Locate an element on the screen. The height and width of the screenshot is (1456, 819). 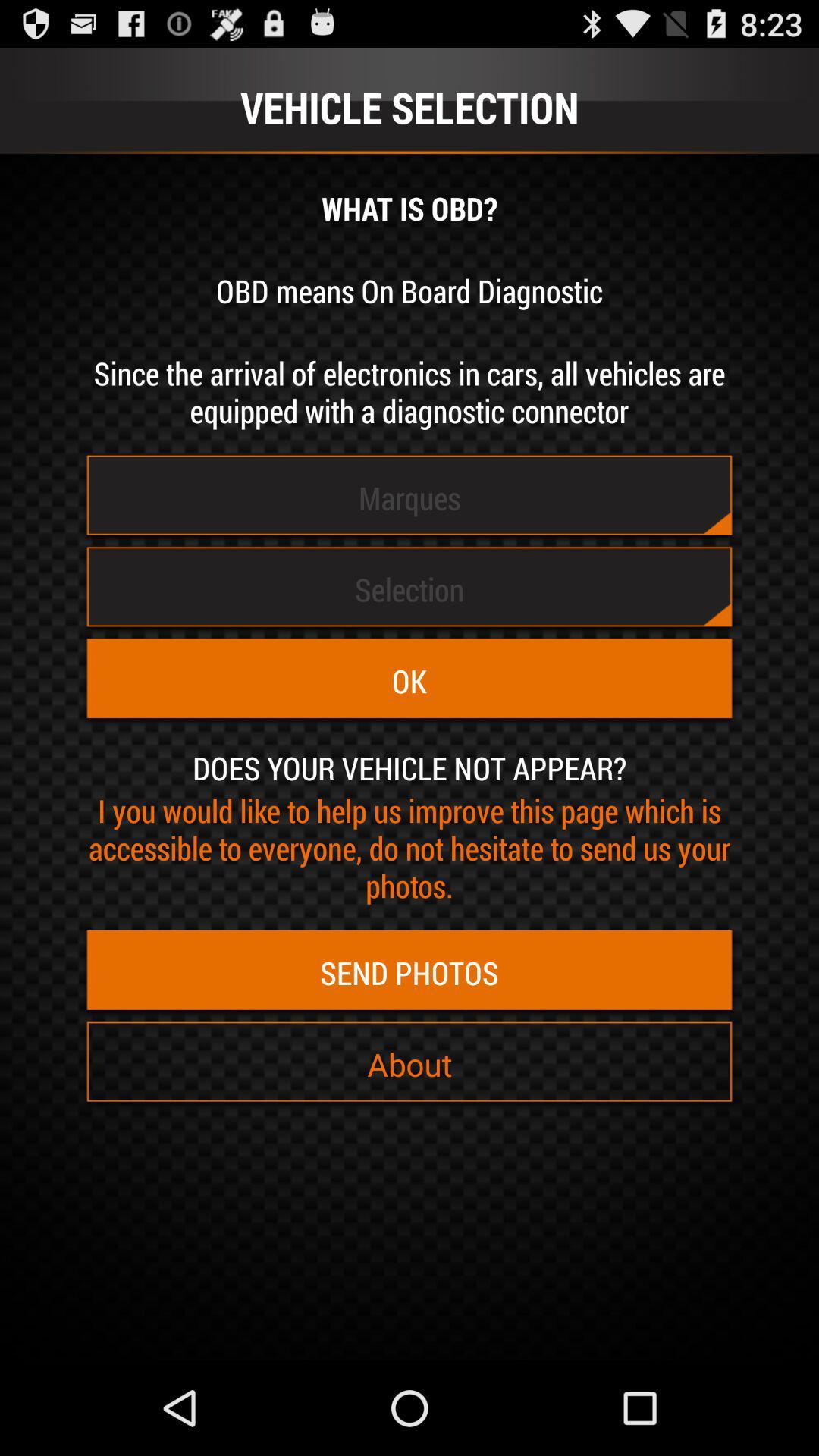
the icon below send photos item is located at coordinates (409, 1063).